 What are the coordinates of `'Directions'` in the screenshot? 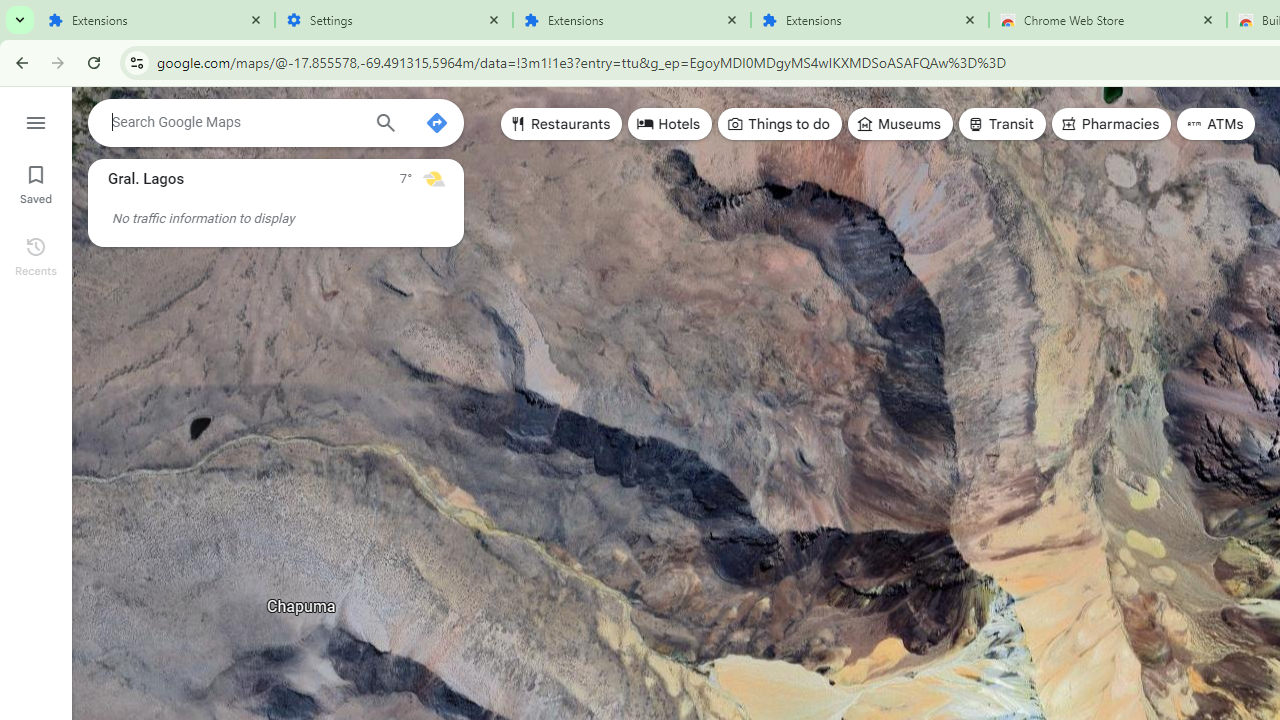 It's located at (435, 123).